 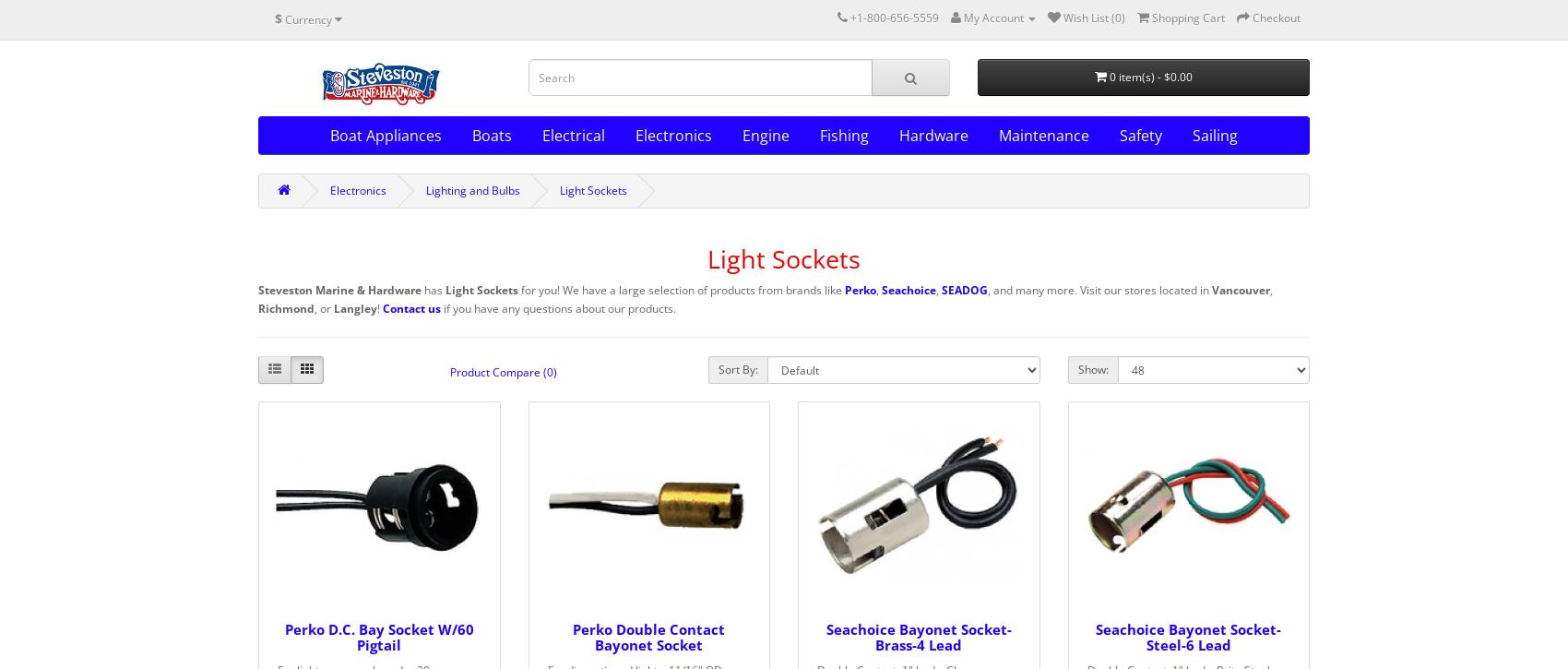 I want to click on 'Seachoice', so click(x=908, y=290).